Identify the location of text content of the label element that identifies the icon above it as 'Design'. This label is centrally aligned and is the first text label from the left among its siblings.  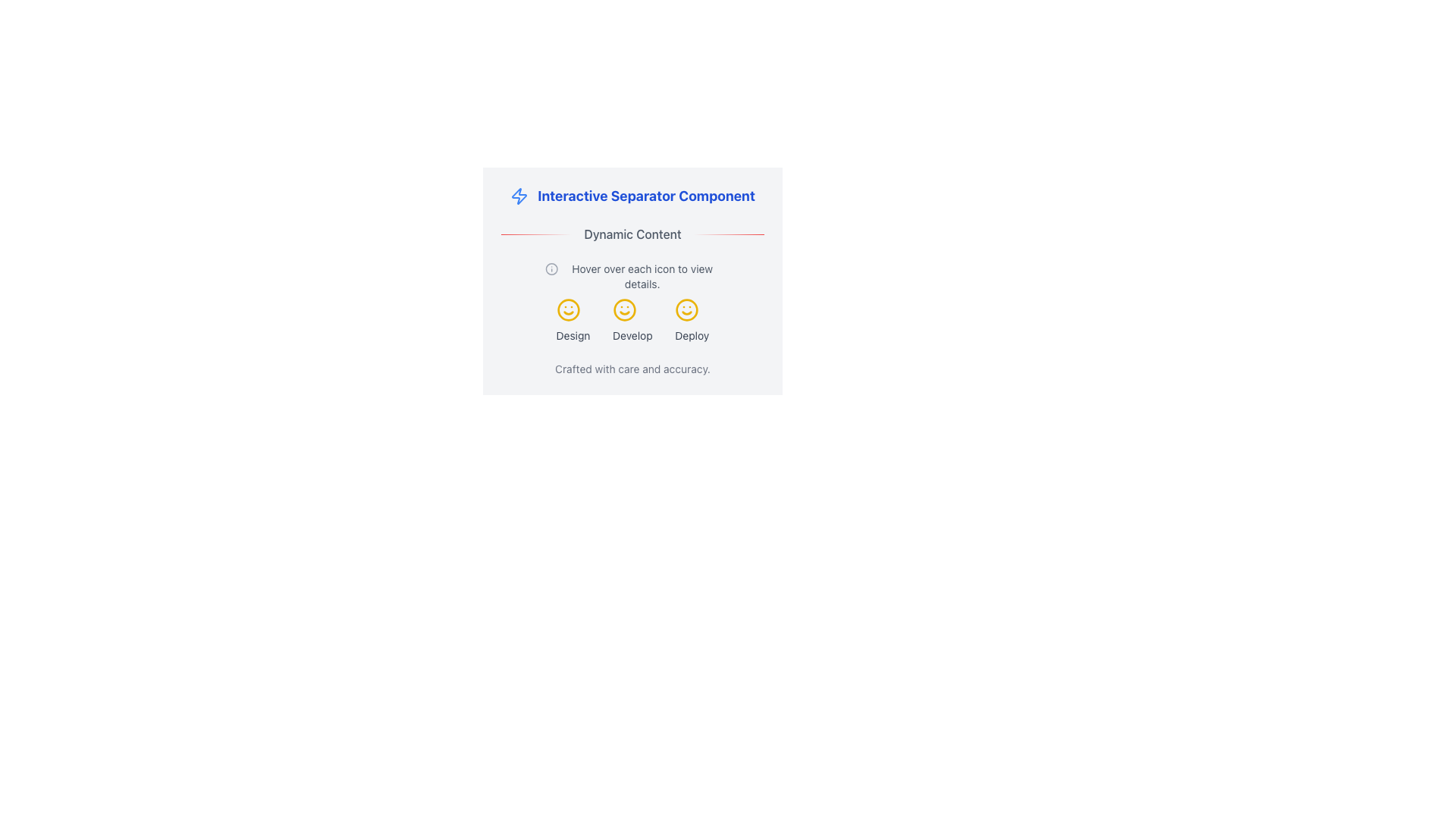
(573, 335).